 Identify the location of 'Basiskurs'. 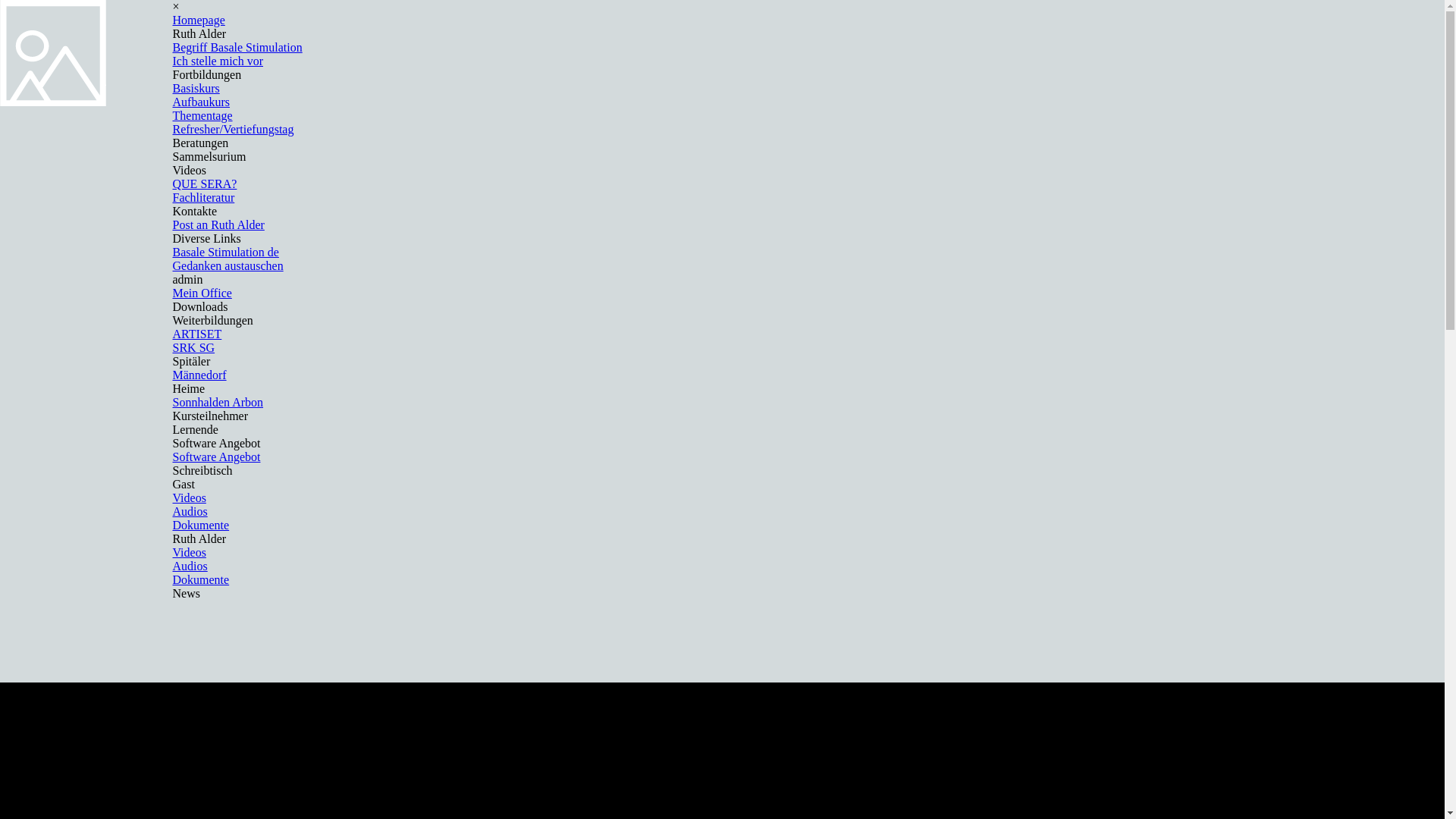
(196, 88).